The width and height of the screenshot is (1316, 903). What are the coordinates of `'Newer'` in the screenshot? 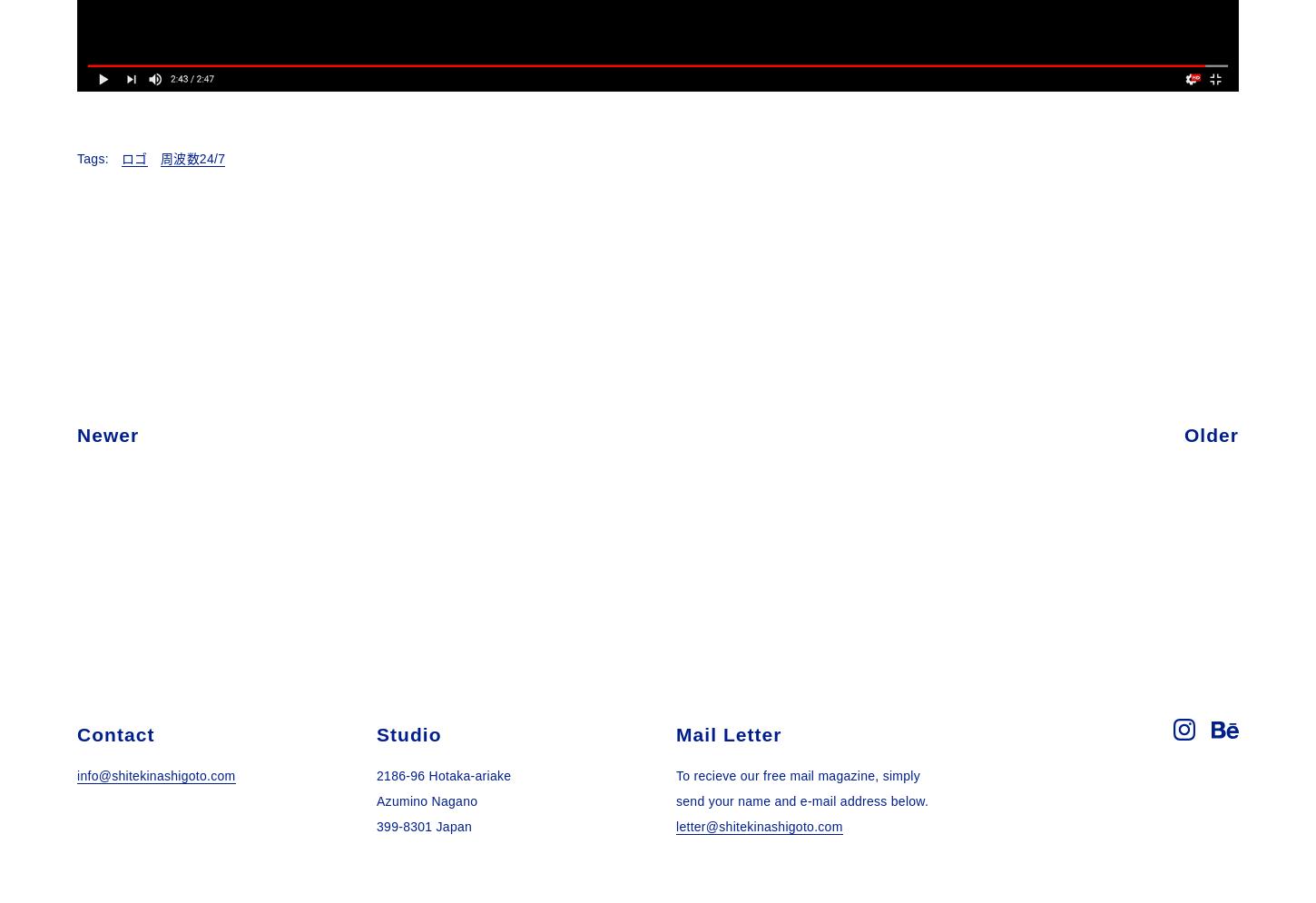 It's located at (108, 434).